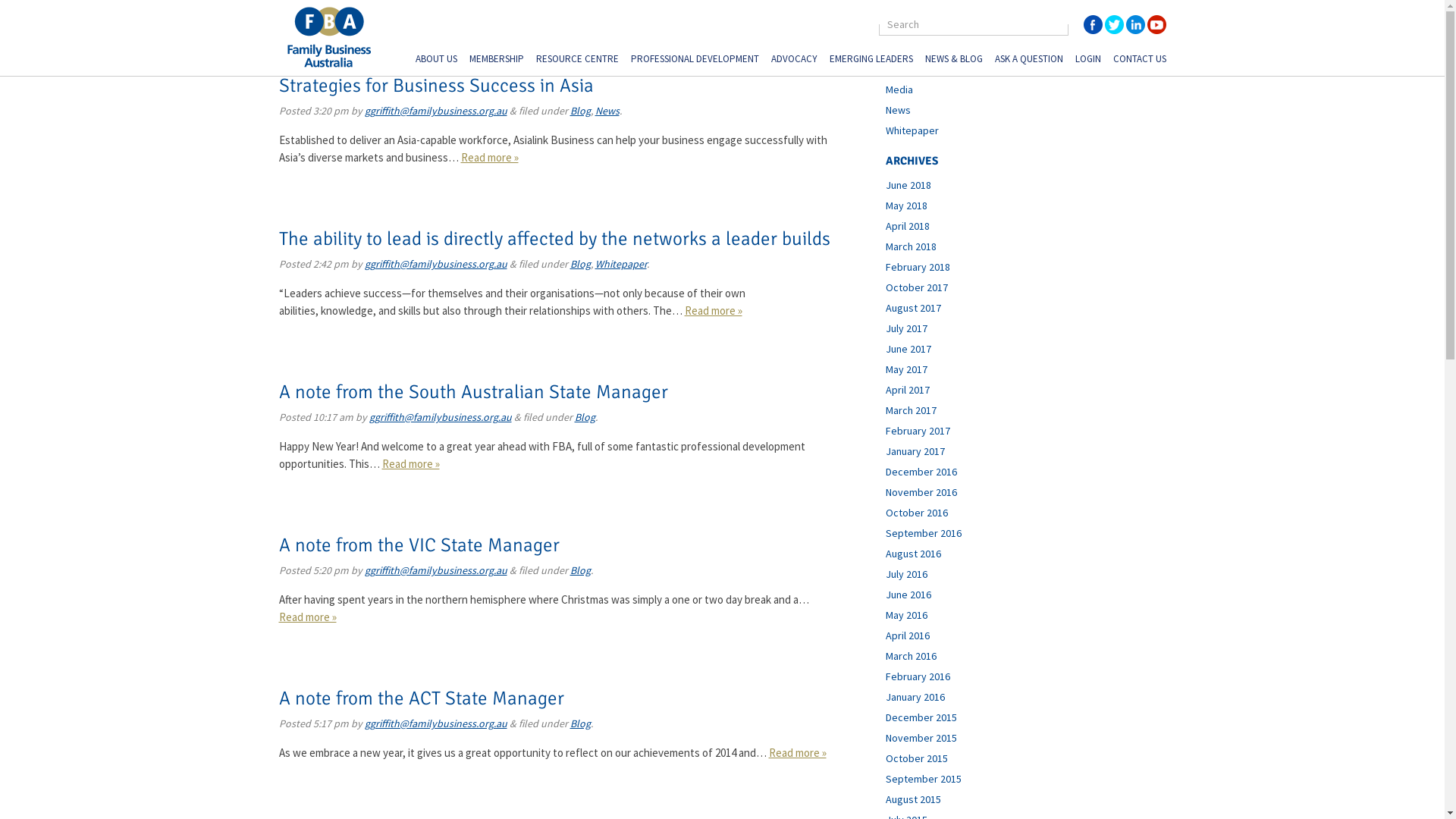  What do you see at coordinates (923, 532) in the screenshot?
I see `'September 2016'` at bounding box center [923, 532].